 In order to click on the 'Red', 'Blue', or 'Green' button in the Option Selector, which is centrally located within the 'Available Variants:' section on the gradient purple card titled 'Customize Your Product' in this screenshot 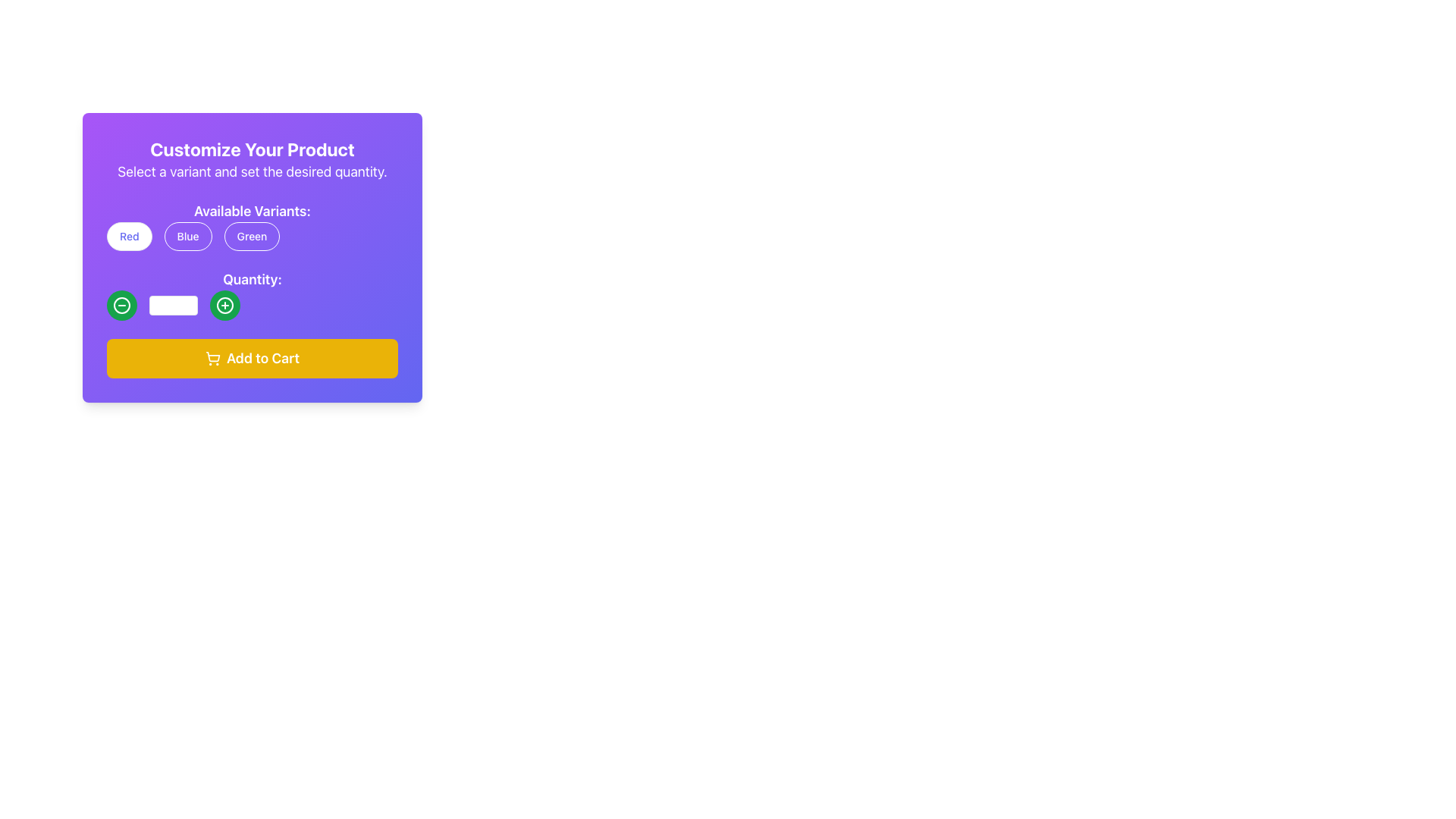, I will do `click(252, 225)`.